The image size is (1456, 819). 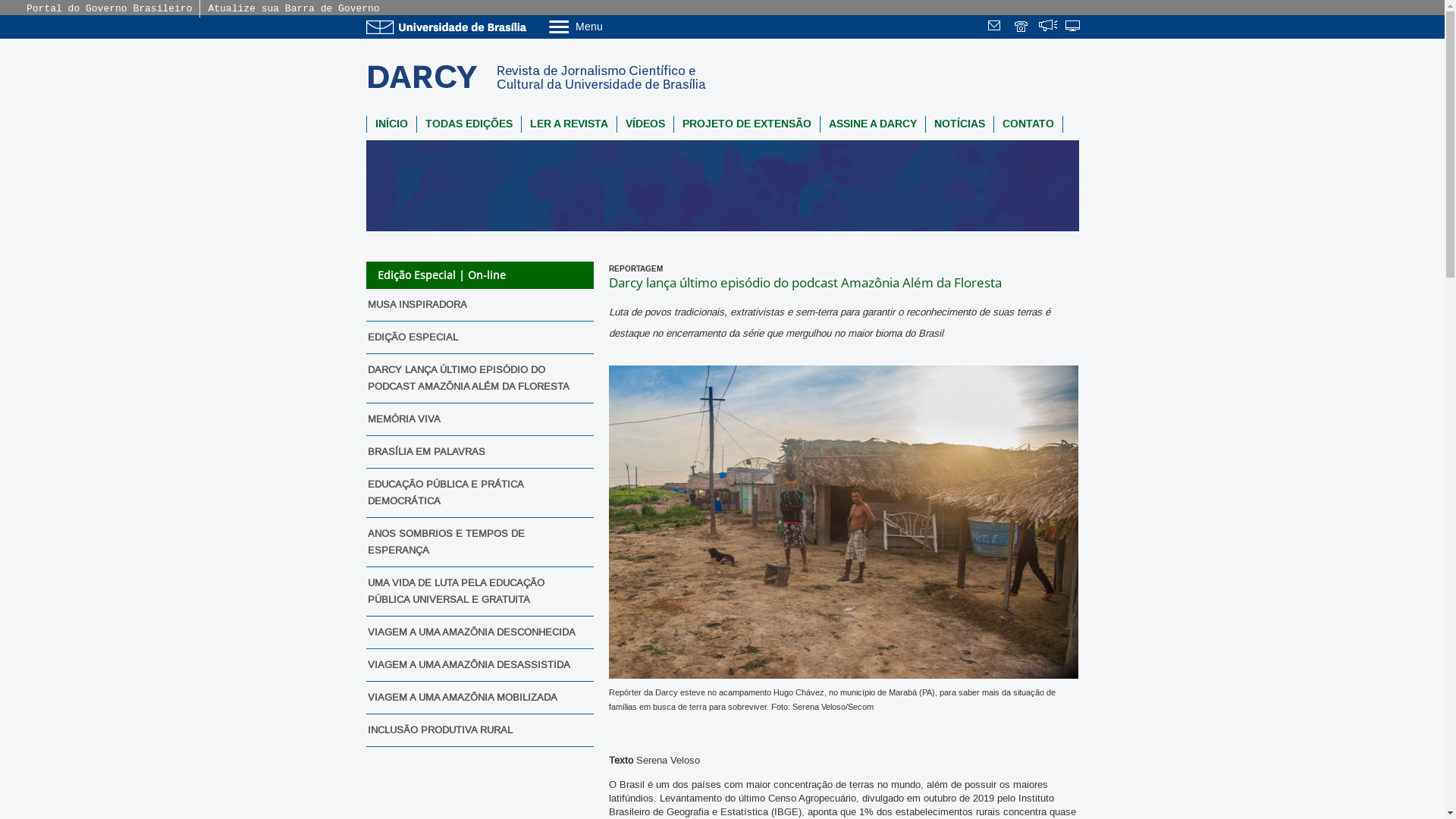 I want to click on 'Menu', so click(x=613, y=26).